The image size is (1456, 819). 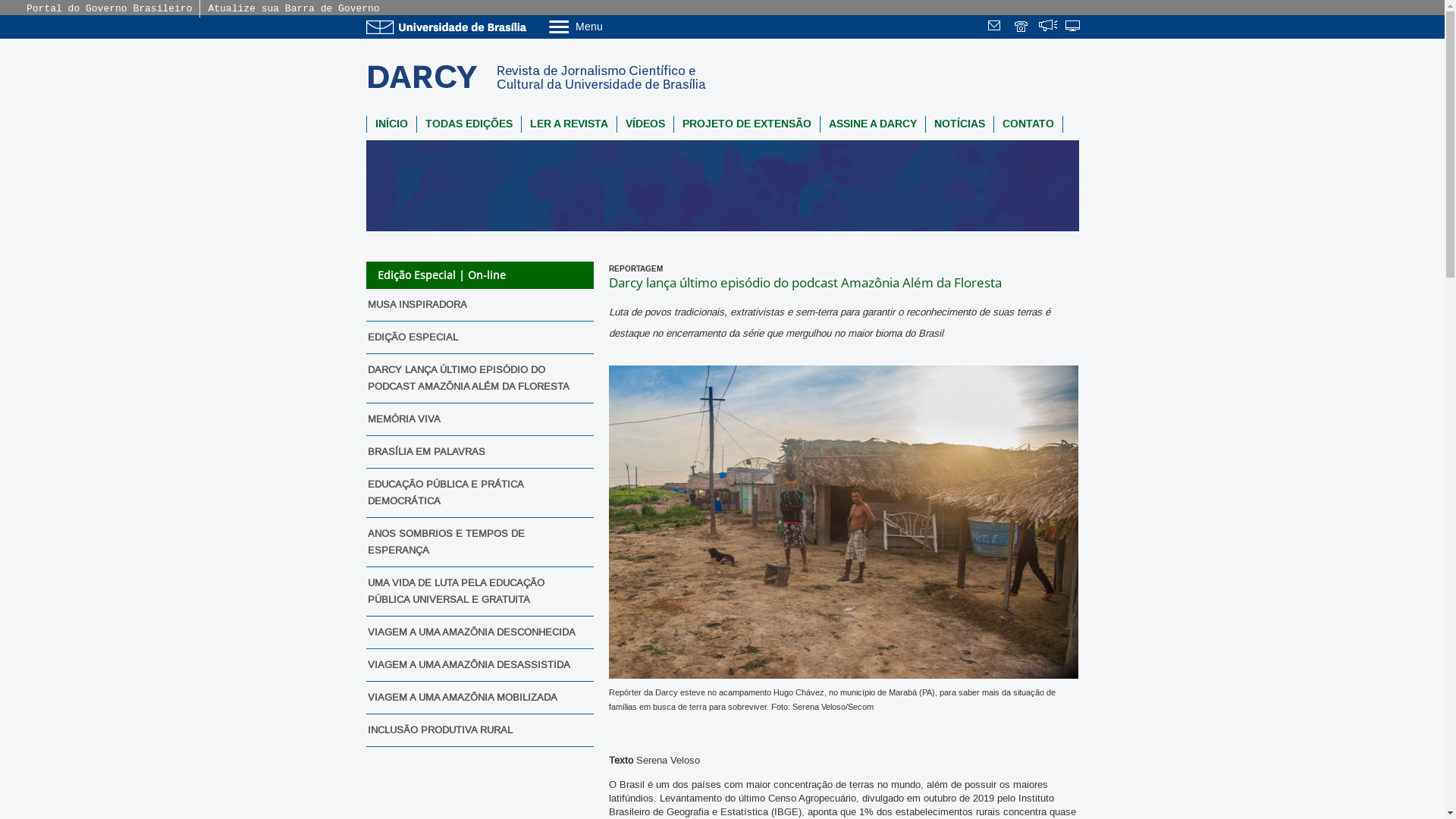 I want to click on 'Menu', so click(x=613, y=26).